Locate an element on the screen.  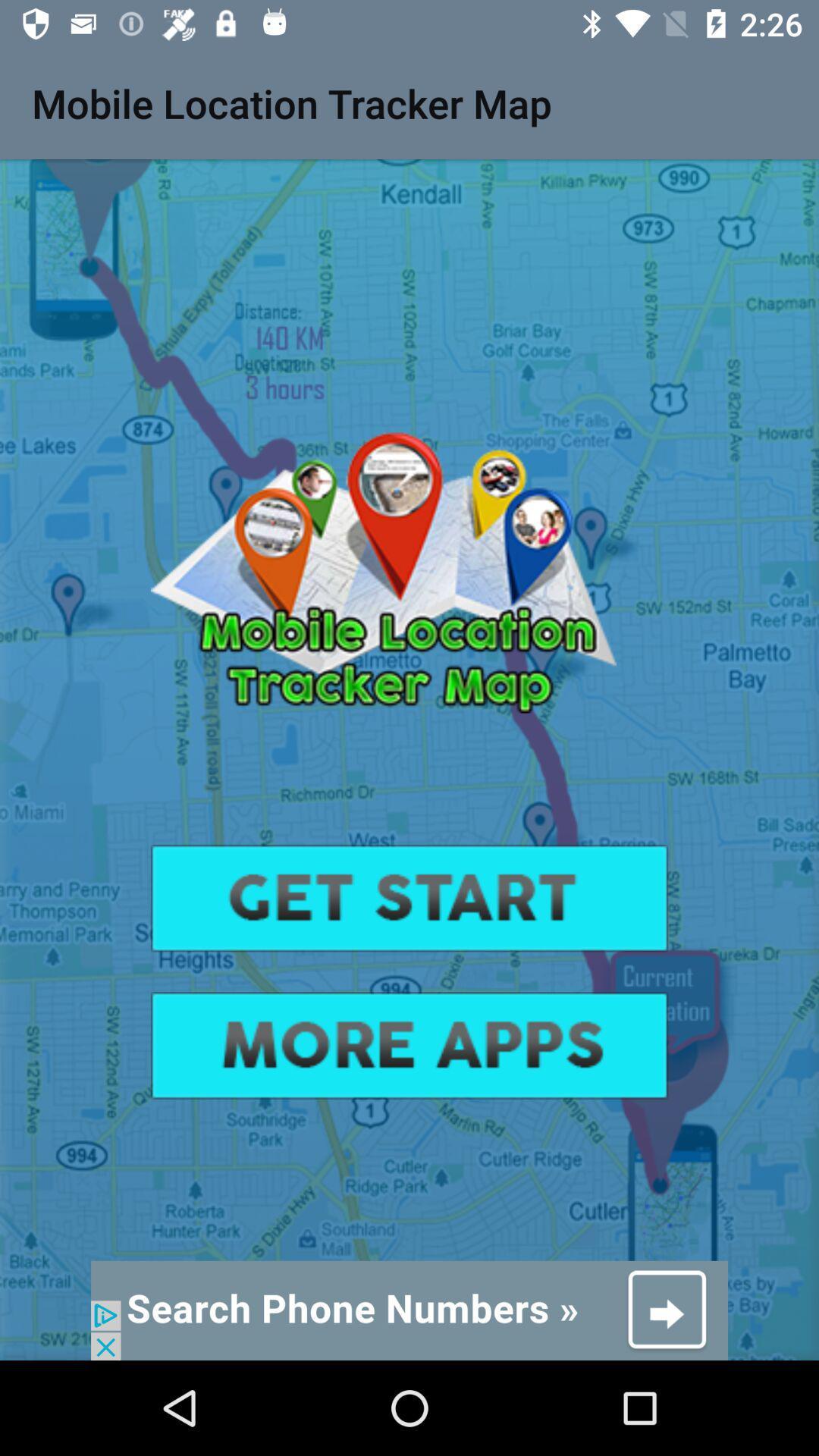
start option is located at coordinates (409, 898).